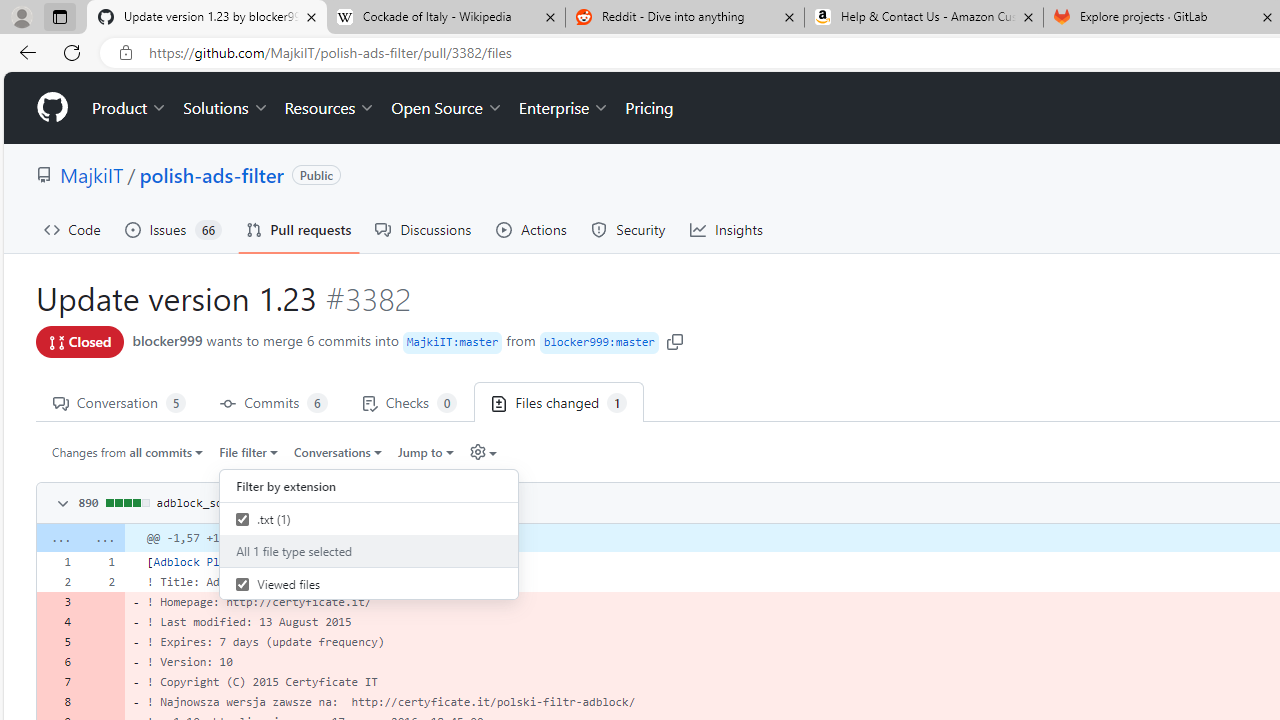 The height and width of the screenshot is (720, 1280). I want to click on 'Issues66', so click(173, 229).